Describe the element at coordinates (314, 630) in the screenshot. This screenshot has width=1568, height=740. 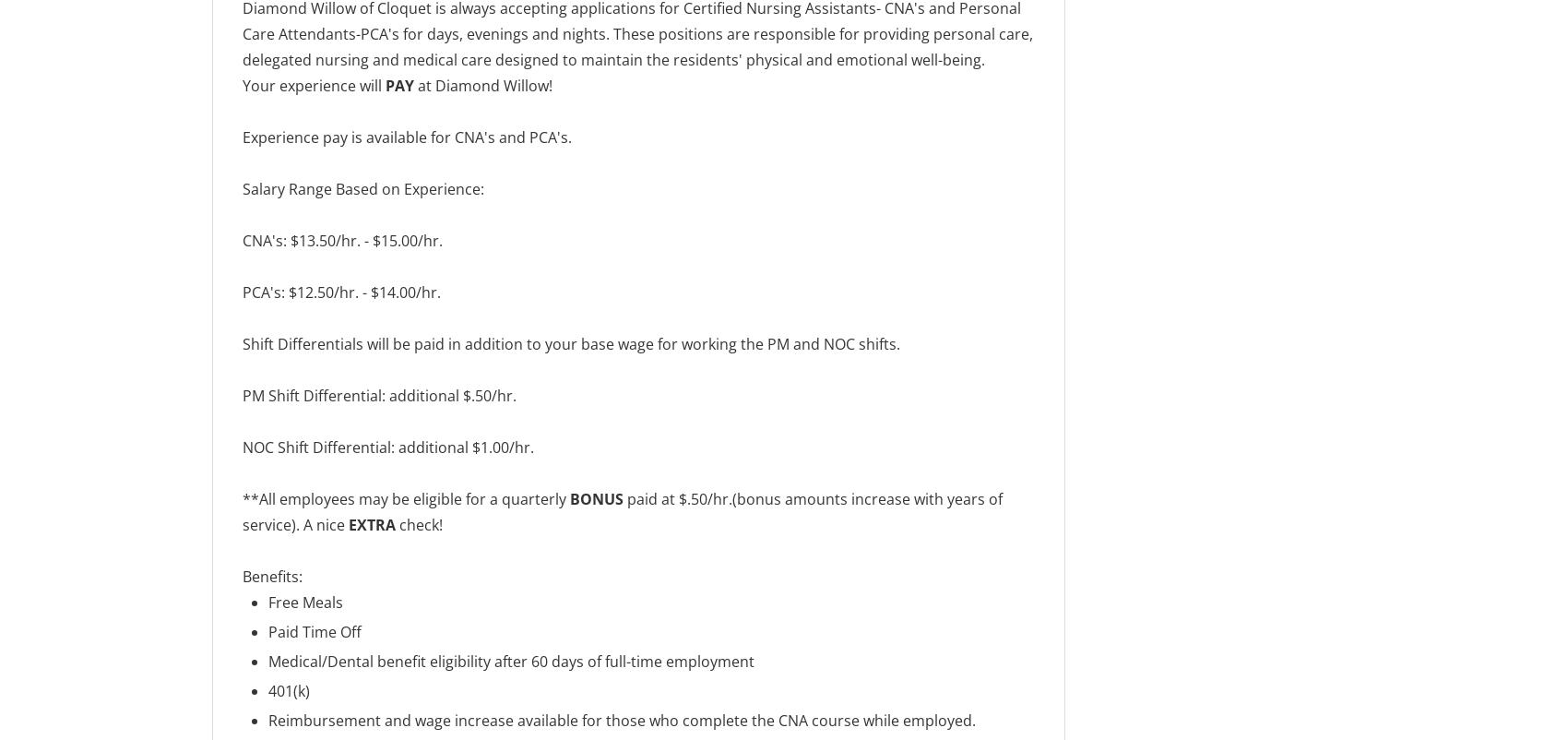
I see `'Paid Time Off'` at that location.